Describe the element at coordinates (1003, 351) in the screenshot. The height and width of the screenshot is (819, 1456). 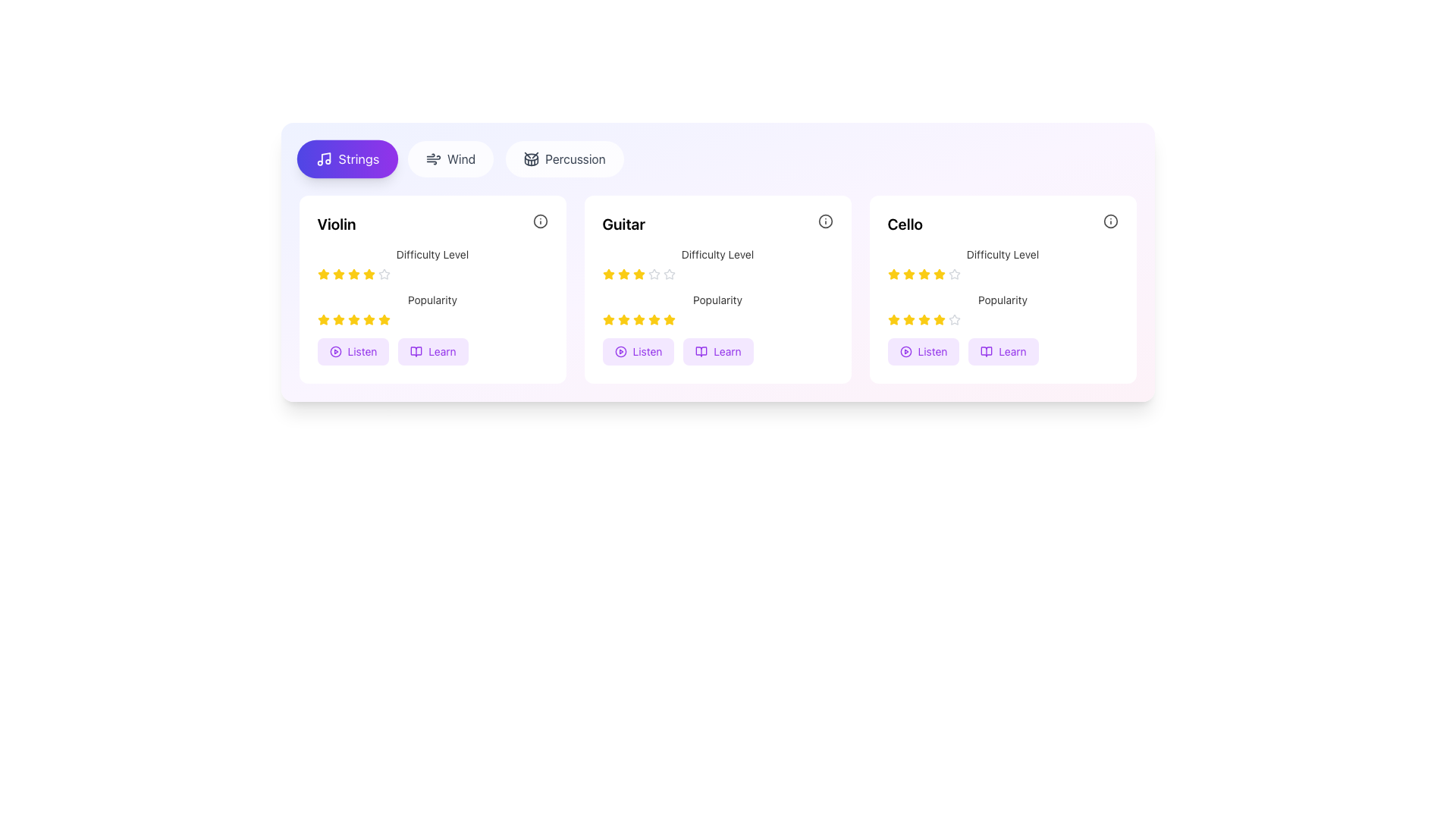
I see `the interactive button labeled 'Learn' at the bottom of the 'Cello' card` at that location.